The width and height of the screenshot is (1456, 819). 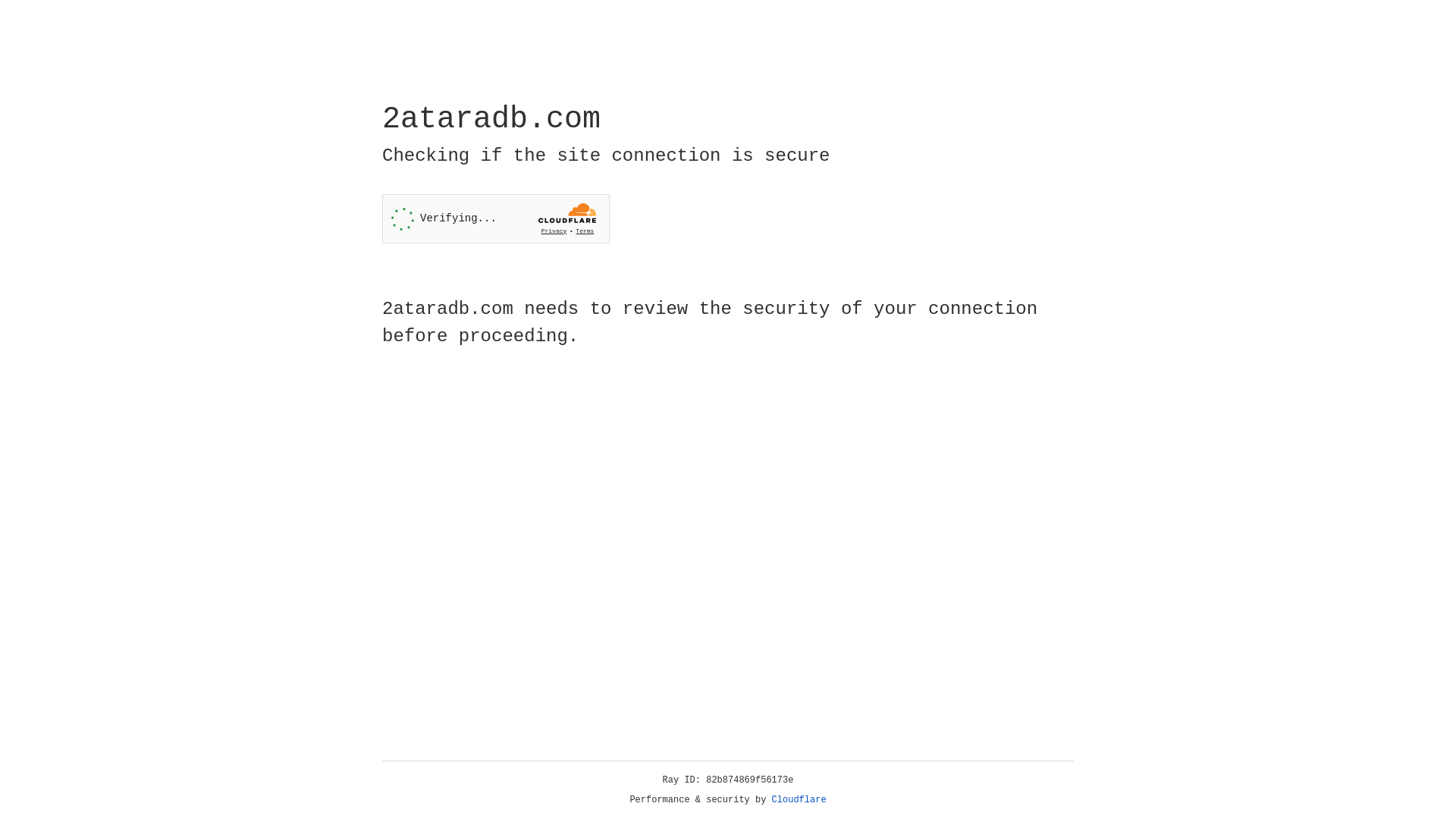 I want to click on 'Cloudflare', so click(x=799, y=799).